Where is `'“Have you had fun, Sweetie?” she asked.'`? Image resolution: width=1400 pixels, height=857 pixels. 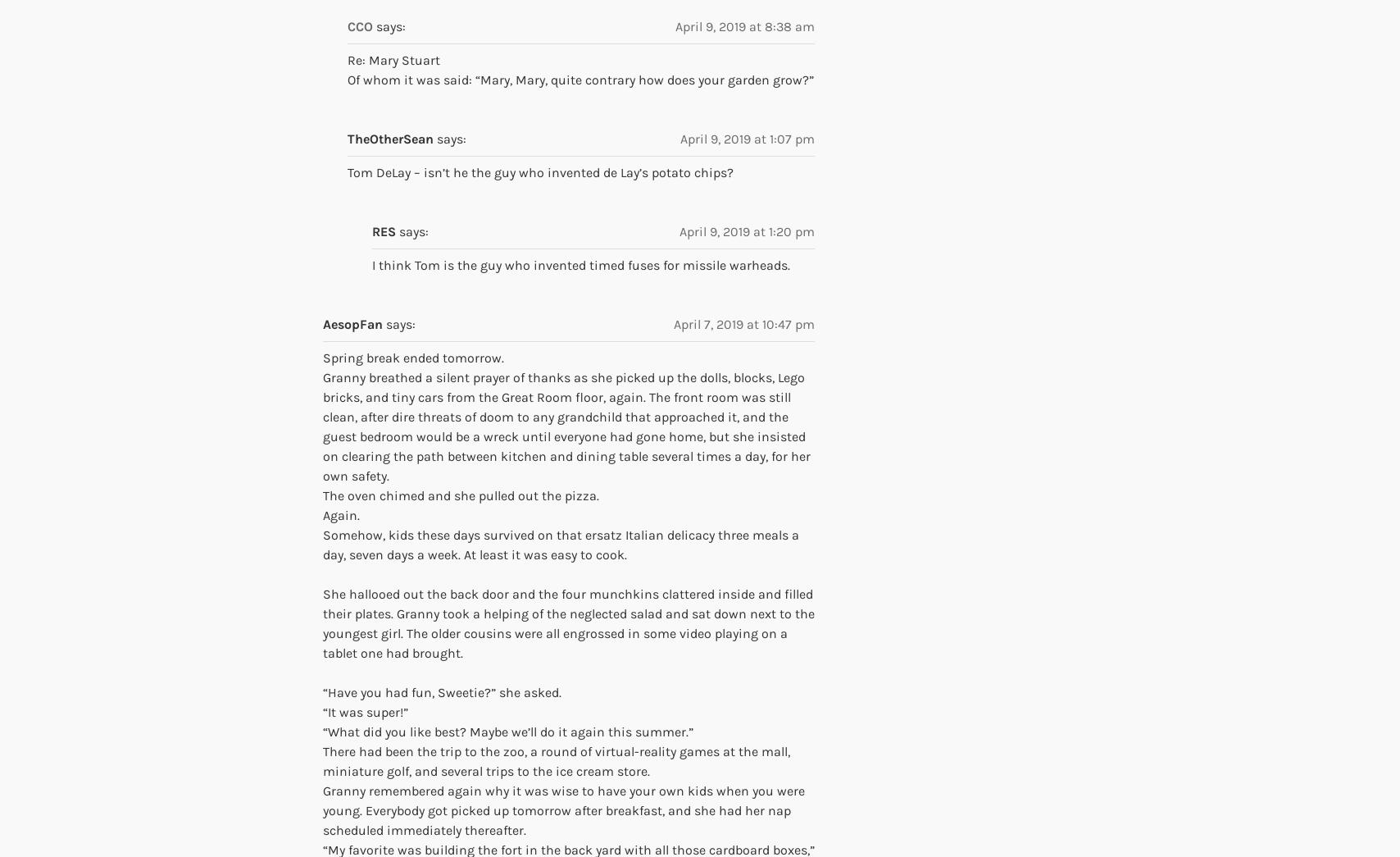
'“Have you had fun, Sweetie?” she asked.' is located at coordinates (323, 691).